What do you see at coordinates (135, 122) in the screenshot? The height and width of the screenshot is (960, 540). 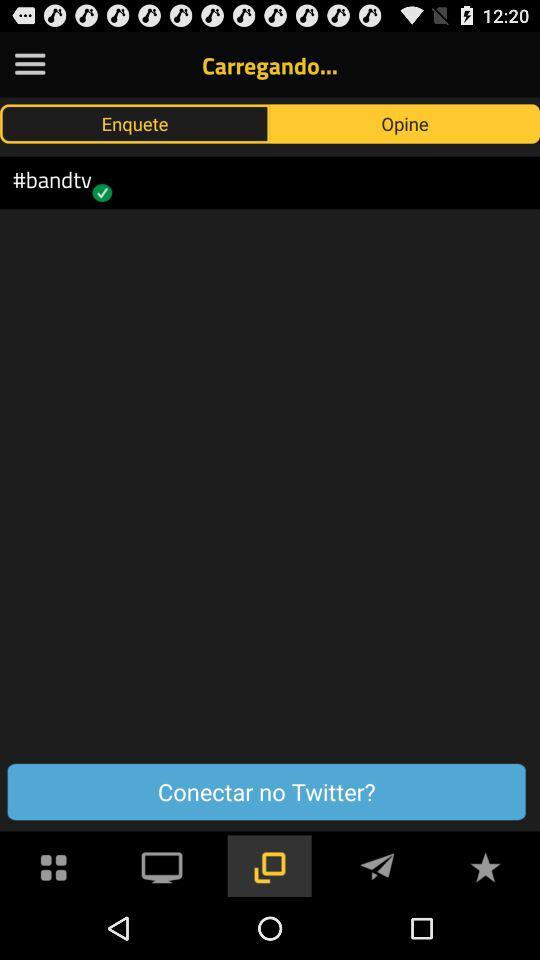 I see `the icon to the left of opine` at bounding box center [135, 122].